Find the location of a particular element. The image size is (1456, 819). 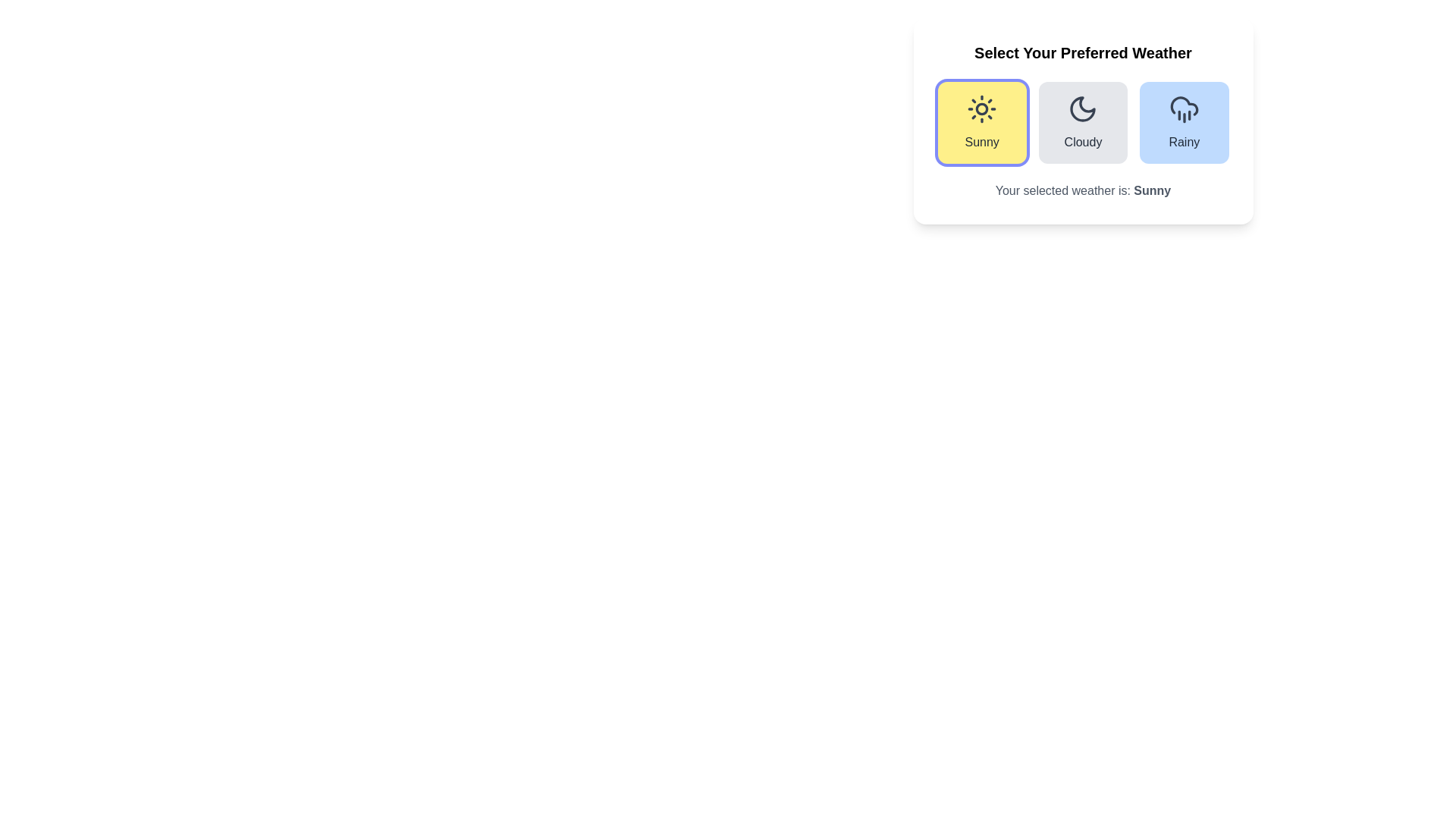

the 'Cloudy' option card, which is the middle card in the weather options is located at coordinates (1082, 120).